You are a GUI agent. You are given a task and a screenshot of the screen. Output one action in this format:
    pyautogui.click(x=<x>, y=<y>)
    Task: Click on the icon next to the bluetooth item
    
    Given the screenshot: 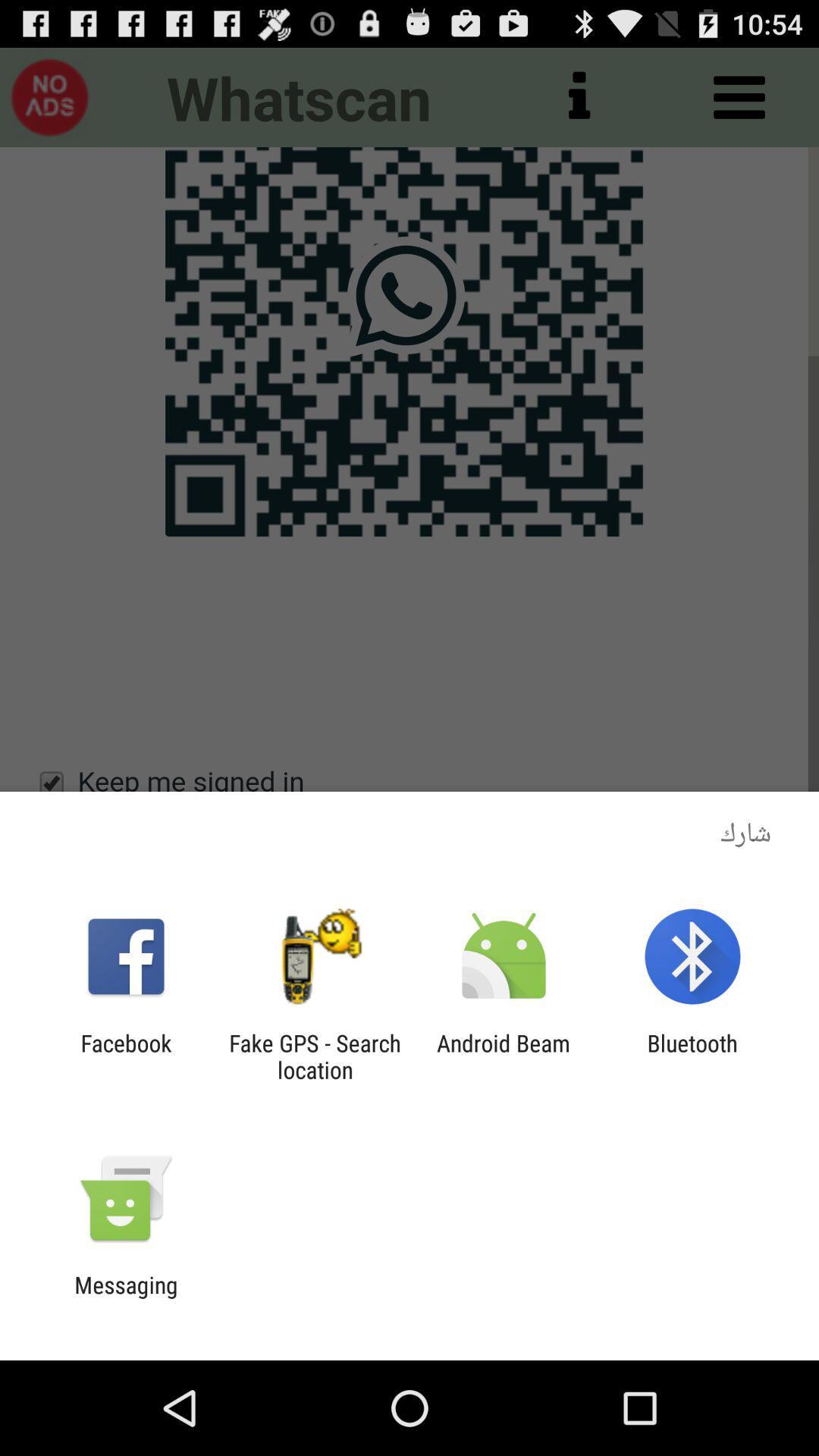 What is the action you would take?
    pyautogui.click(x=504, y=1056)
    